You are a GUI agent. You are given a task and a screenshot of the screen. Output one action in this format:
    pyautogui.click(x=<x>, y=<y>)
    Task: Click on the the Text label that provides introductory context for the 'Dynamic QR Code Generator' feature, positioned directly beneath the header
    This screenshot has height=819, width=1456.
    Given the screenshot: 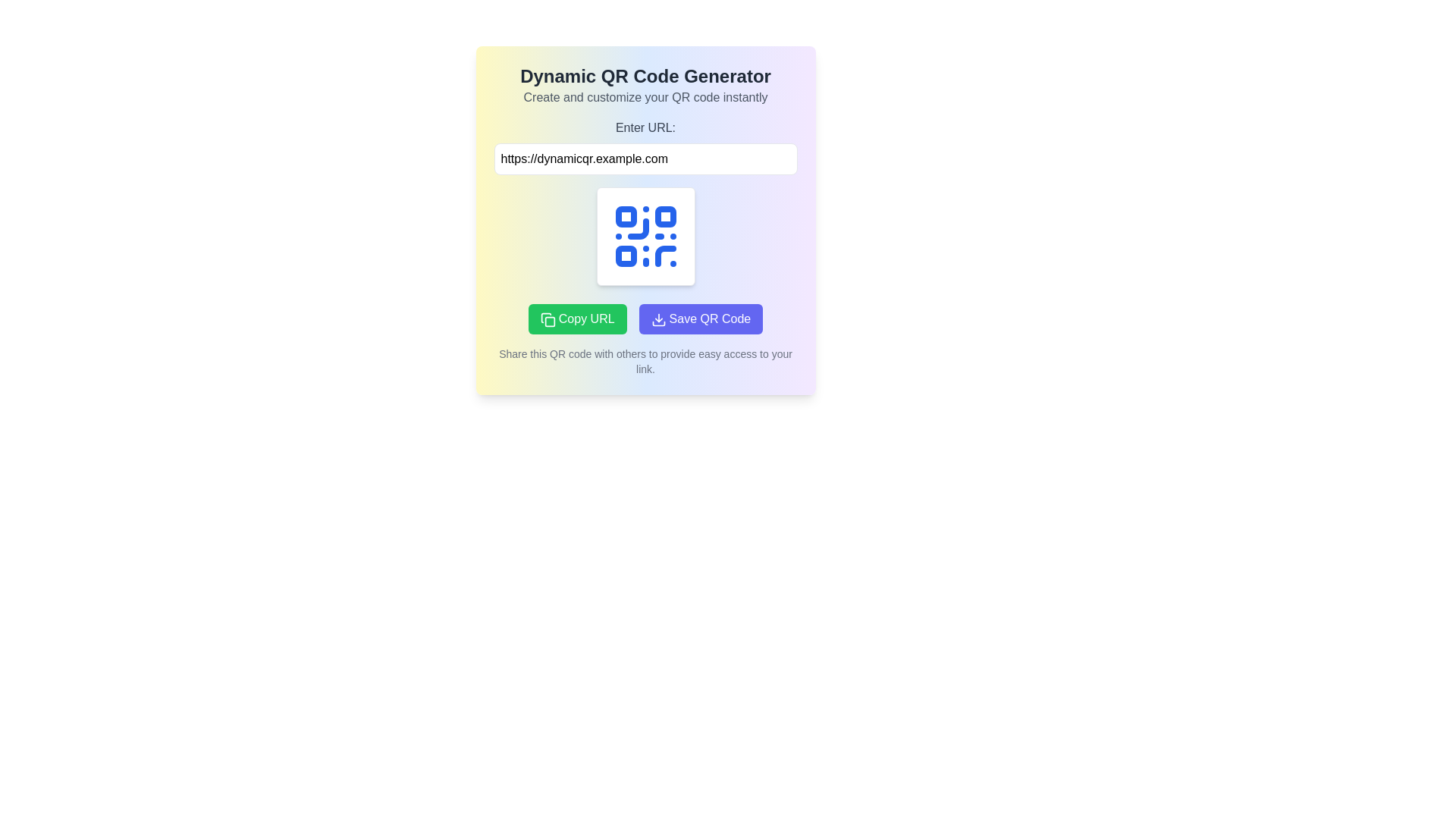 What is the action you would take?
    pyautogui.click(x=645, y=97)
    